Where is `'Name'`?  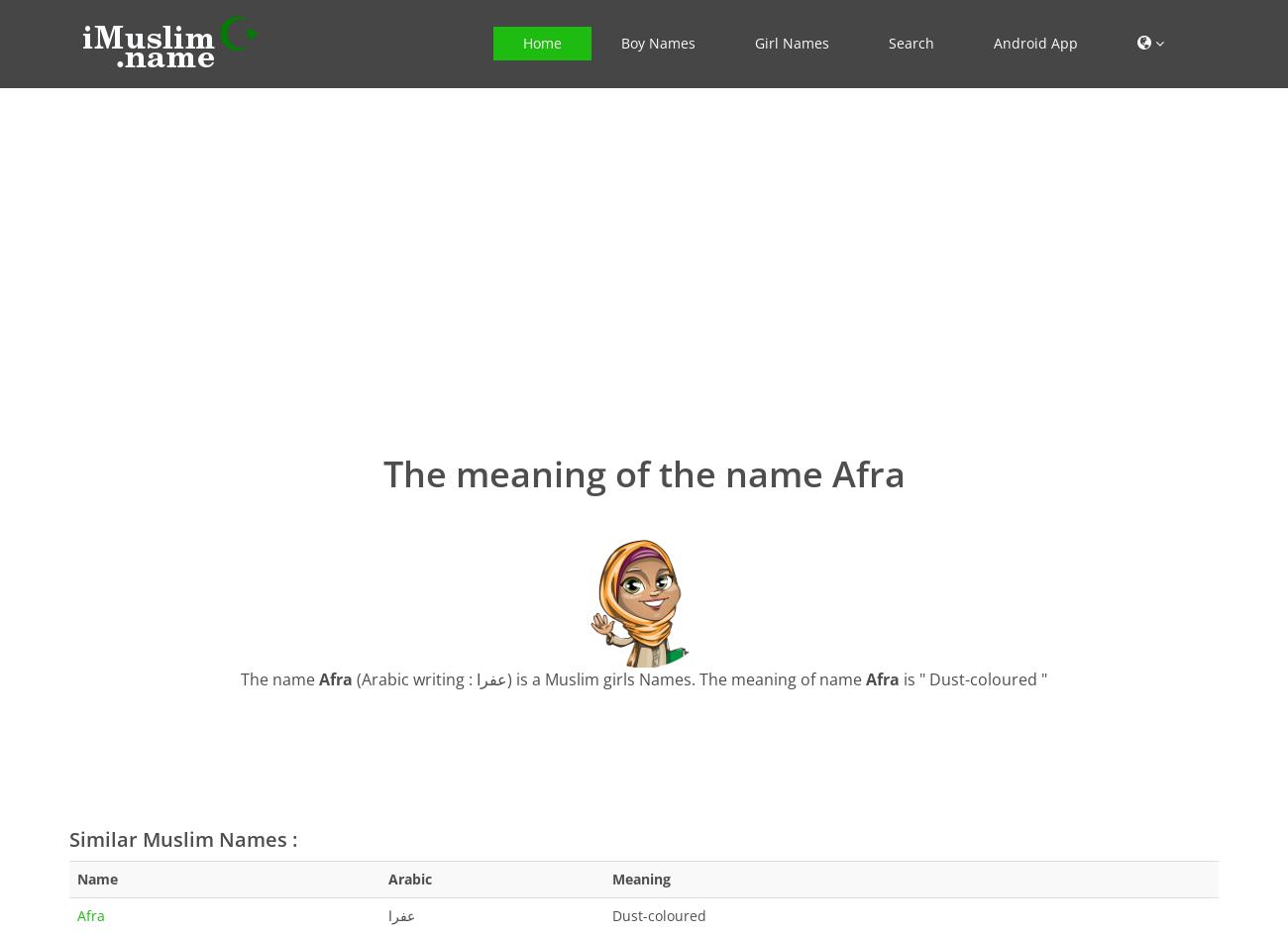 'Name' is located at coordinates (97, 878).